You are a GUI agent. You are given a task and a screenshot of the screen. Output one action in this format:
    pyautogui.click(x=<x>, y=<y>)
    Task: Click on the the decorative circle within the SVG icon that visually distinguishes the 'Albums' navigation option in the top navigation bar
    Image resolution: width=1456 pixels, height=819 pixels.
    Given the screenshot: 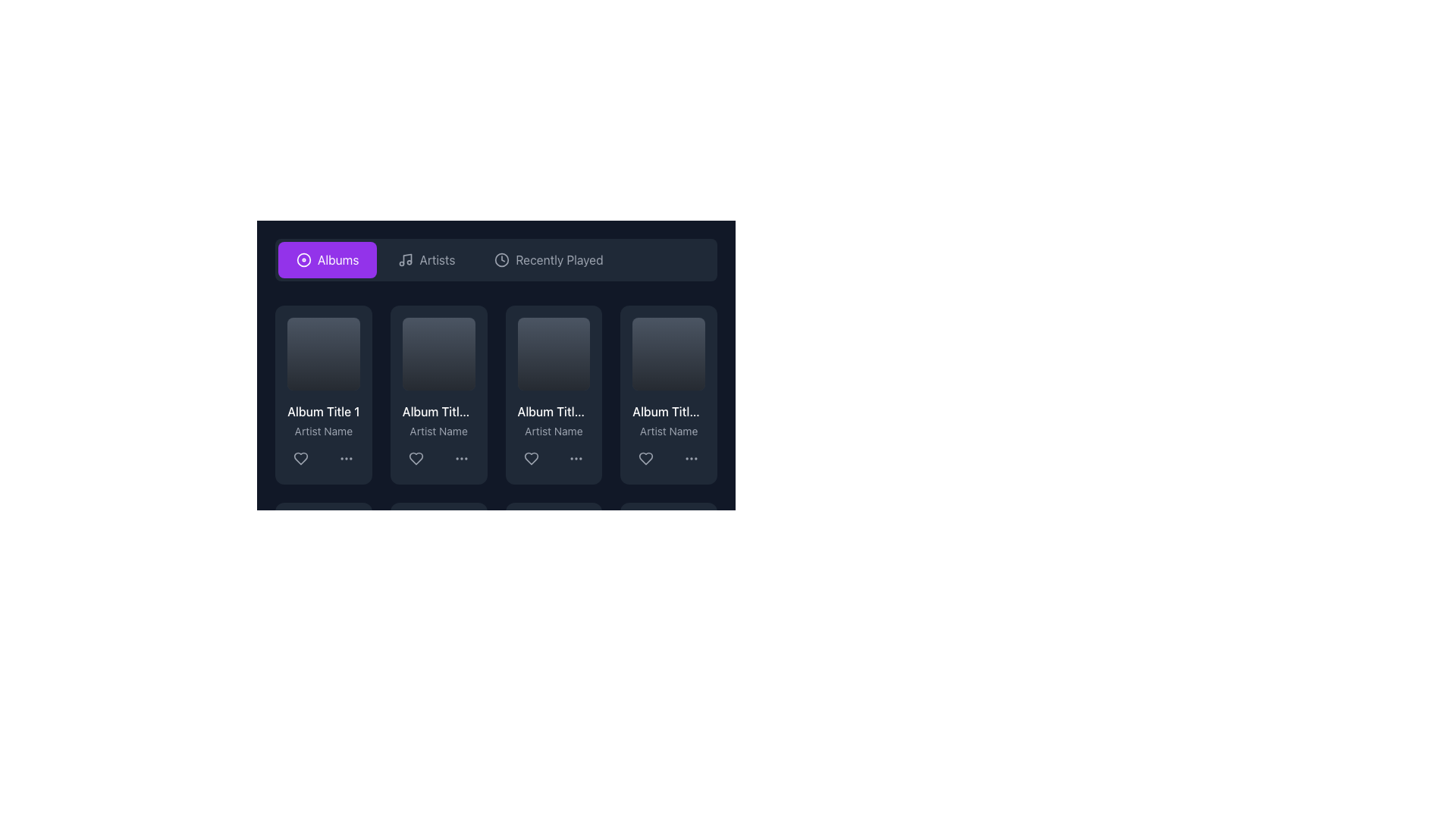 What is the action you would take?
    pyautogui.click(x=303, y=259)
    